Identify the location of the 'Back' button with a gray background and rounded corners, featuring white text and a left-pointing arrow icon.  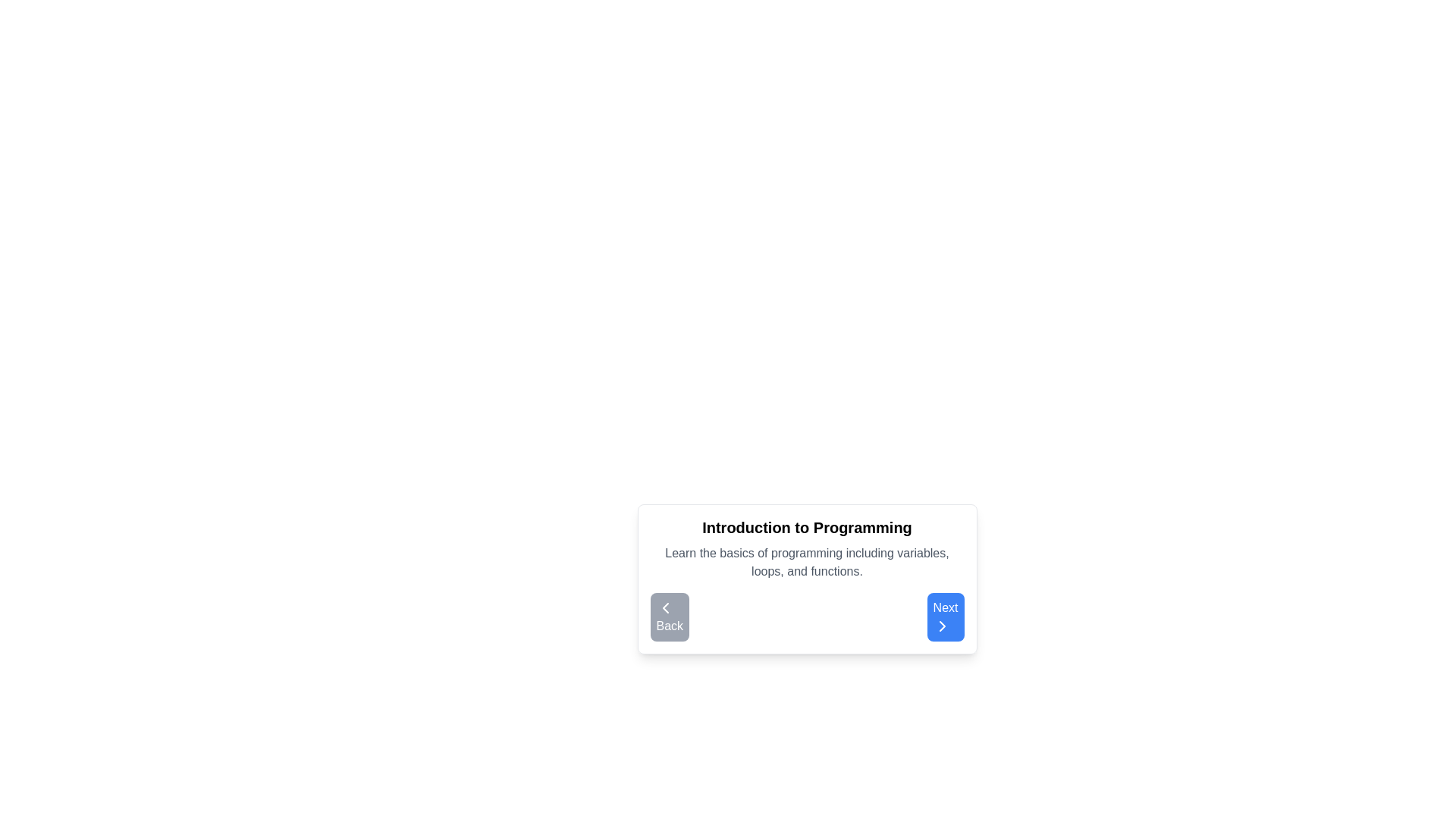
(669, 617).